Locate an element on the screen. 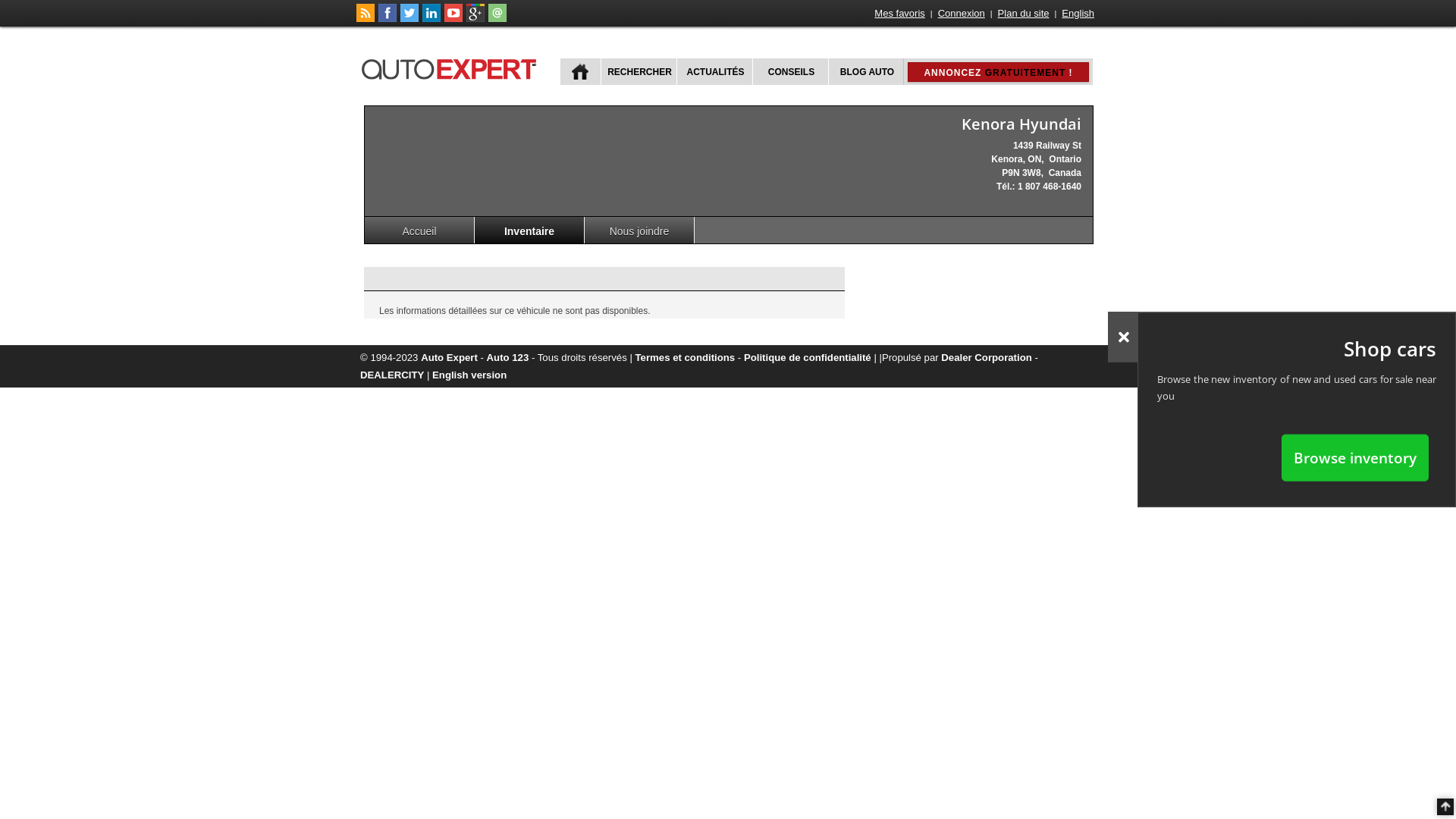 The image size is (1456, 819). 'Suivez autoExpert.ca sur Facebook' is located at coordinates (378, 18).